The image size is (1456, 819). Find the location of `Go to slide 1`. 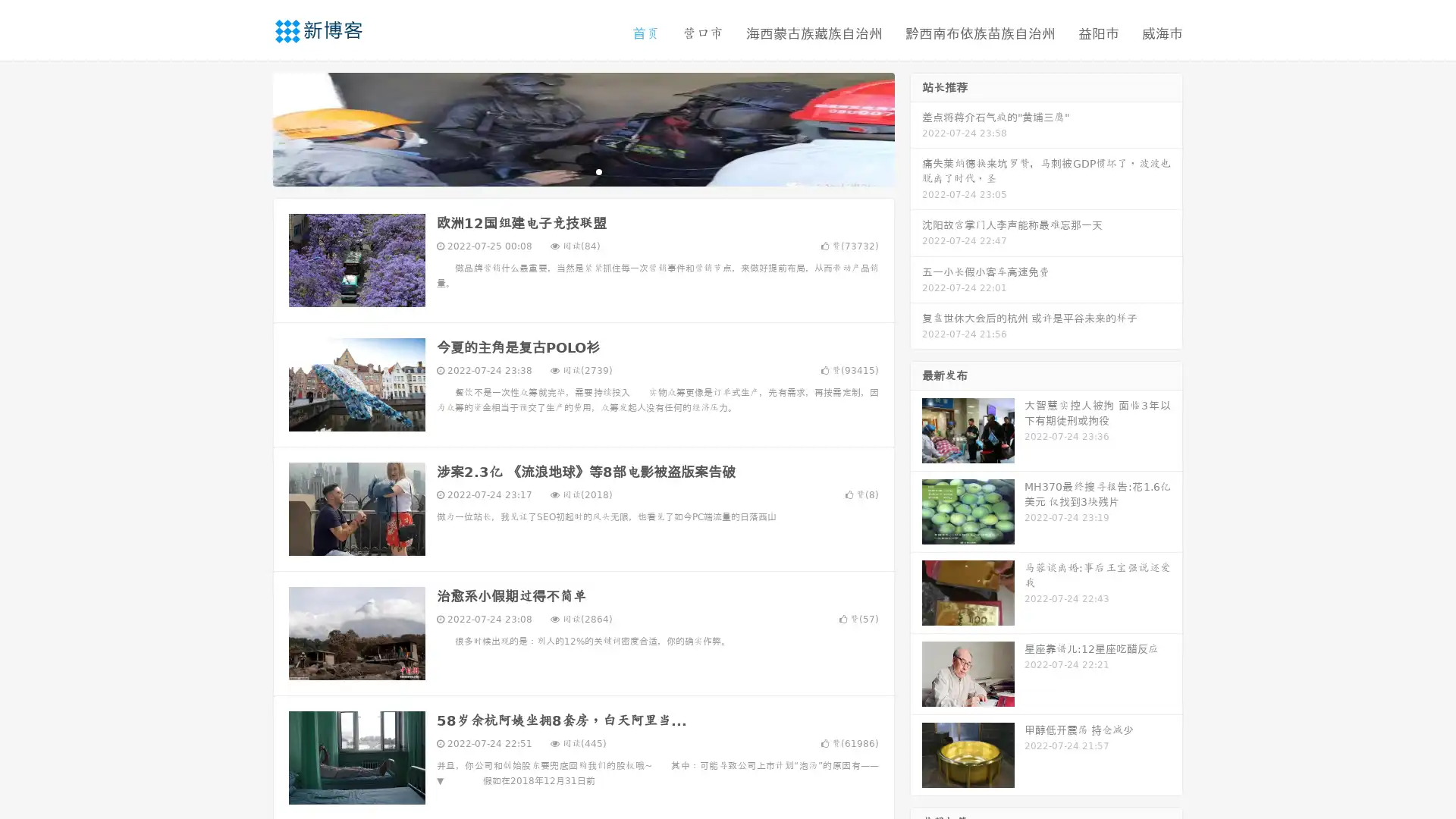

Go to slide 1 is located at coordinates (567, 171).